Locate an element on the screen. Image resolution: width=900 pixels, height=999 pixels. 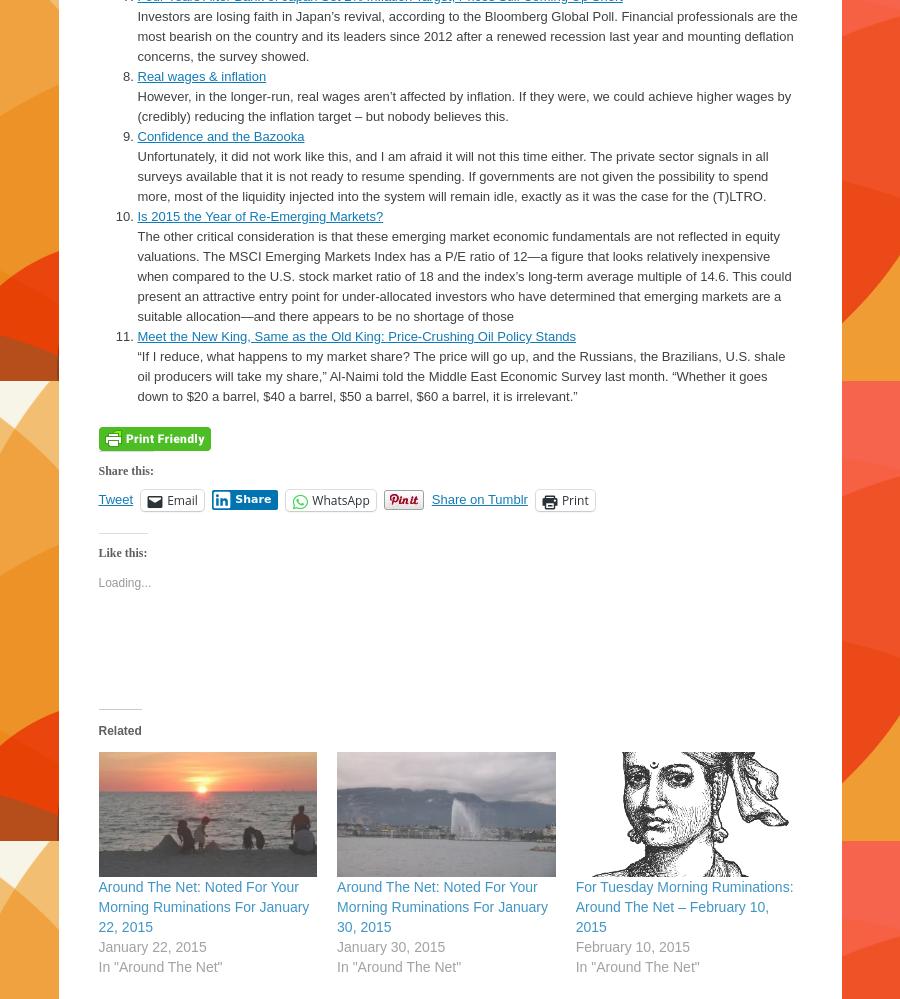
'Share' is located at coordinates (233, 499).